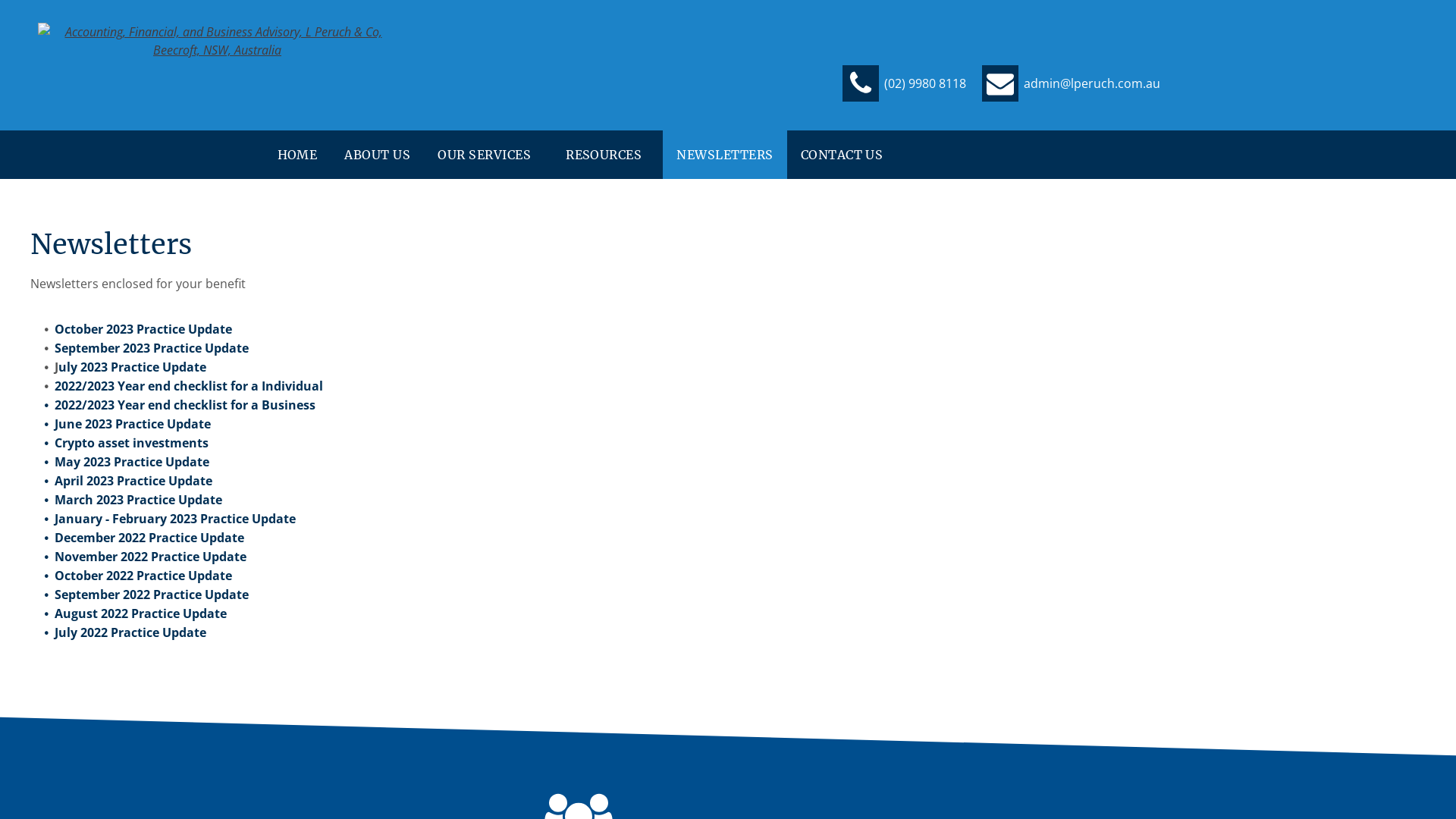 Image resolution: width=1456 pixels, height=819 pixels. What do you see at coordinates (297, 155) in the screenshot?
I see `'HOME'` at bounding box center [297, 155].